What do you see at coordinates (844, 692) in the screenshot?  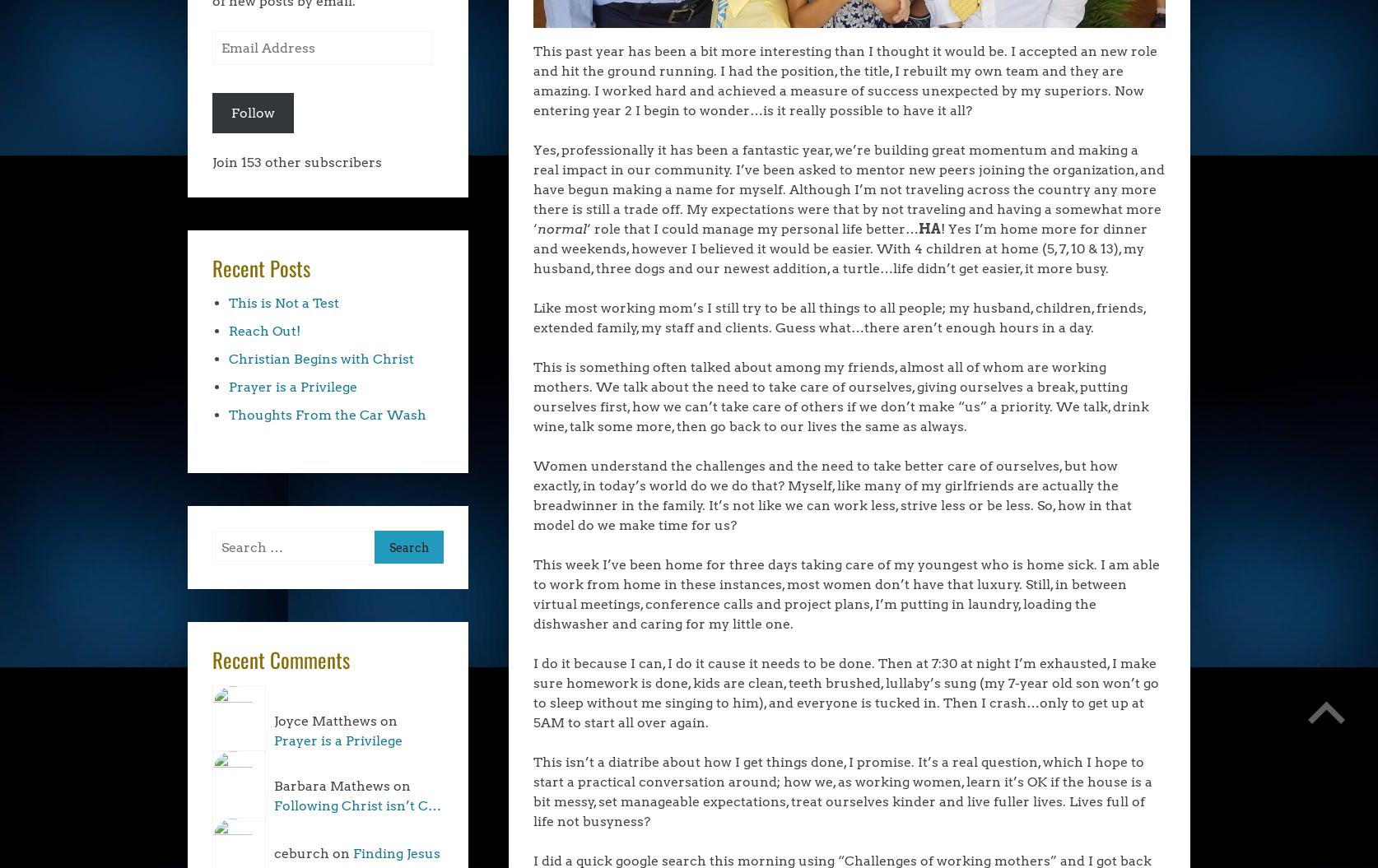 I see `'I do it because I can, I do it cause it needs to be done. Then at 7:30 at night I’m exhausted, I make sure homework is done, kids are clean, teeth brushed, lullaby’s sung (my 7-year old son won’t go to sleep without me singing to him), and everyone is tucked in. Then I crash…only to get up at 5AM to start all over again.'` at bounding box center [844, 692].